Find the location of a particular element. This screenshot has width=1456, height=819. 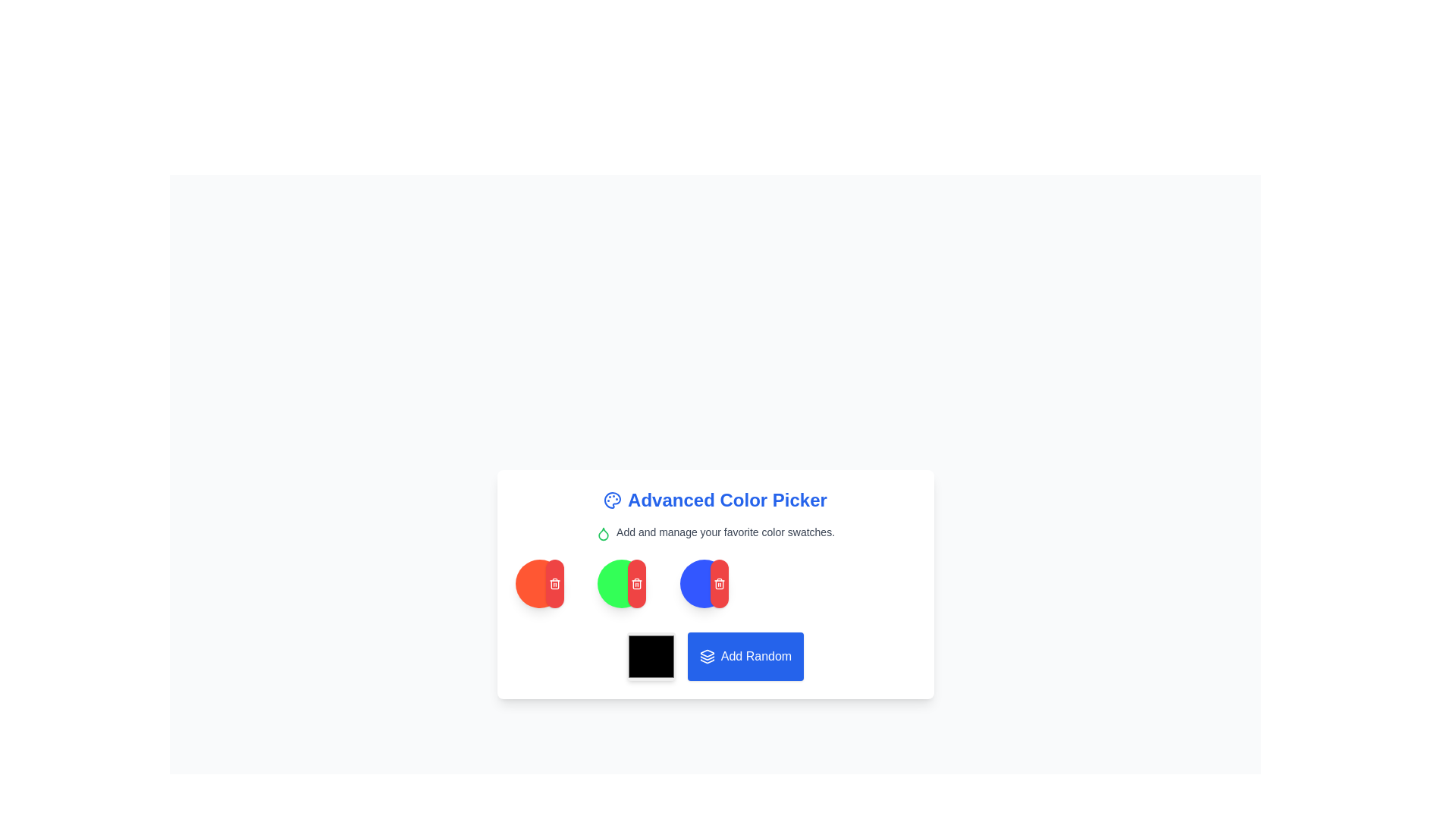

the trash can icon located inside the second red circular button aligned to the right of the color swatches is located at coordinates (719, 582).